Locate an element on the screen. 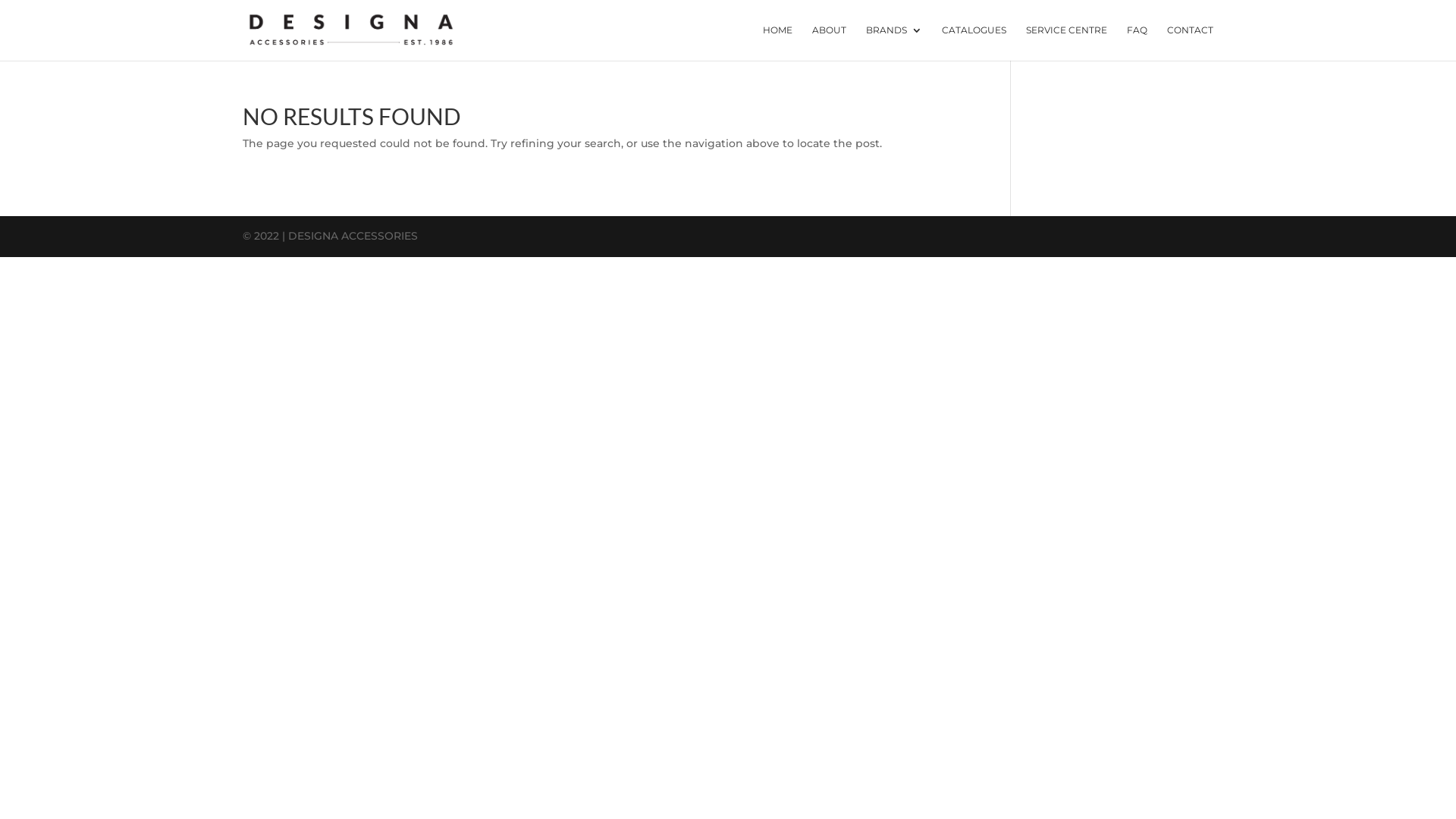  'CONTACT' is located at coordinates (1189, 42).